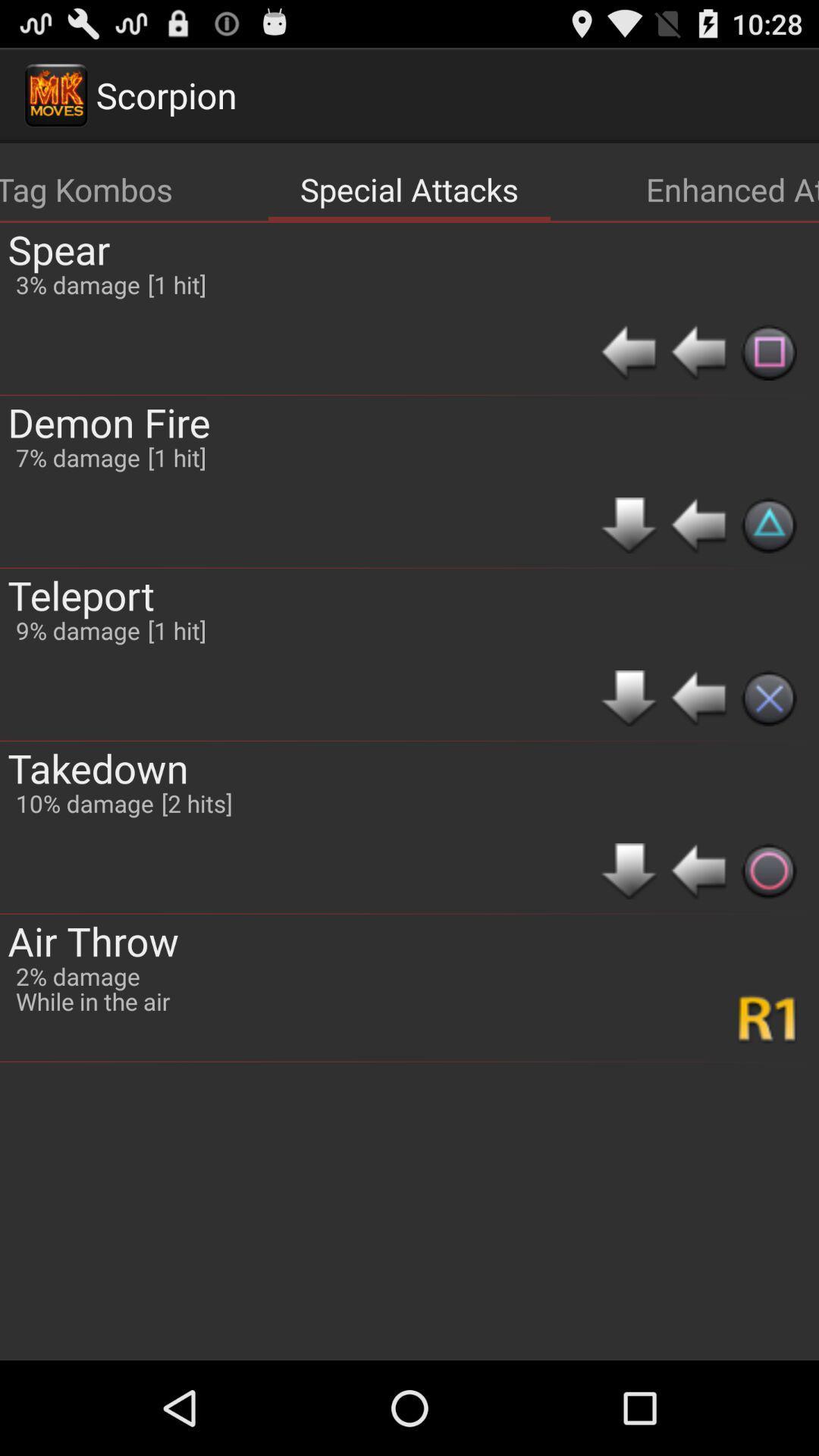 The image size is (819, 1456). I want to click on the icon below the 9% damage item, so click(84, 802).